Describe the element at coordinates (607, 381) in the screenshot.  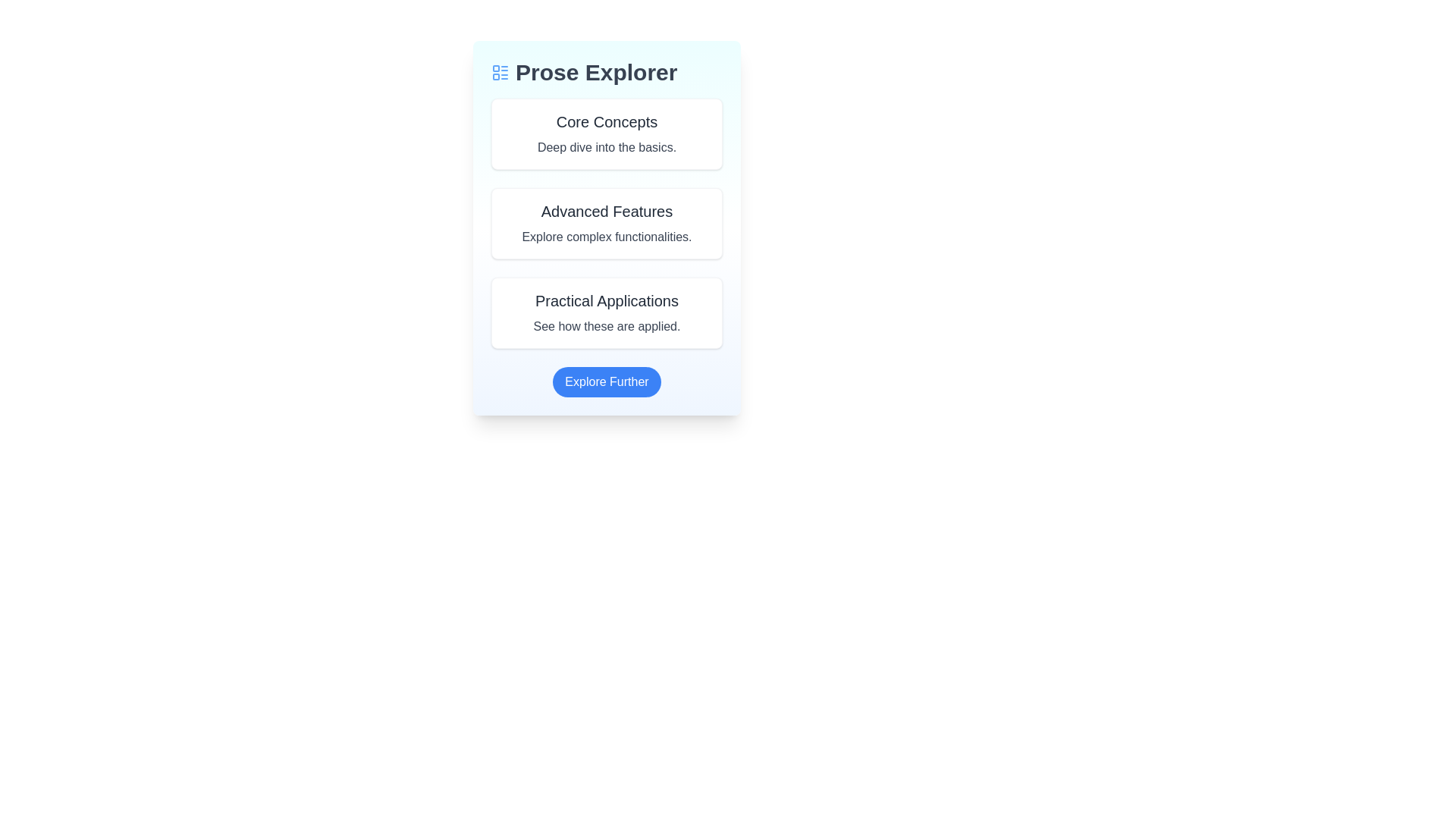
I see `the blue button labeled 'Explore Further' at the bottom of the content section` at that location.